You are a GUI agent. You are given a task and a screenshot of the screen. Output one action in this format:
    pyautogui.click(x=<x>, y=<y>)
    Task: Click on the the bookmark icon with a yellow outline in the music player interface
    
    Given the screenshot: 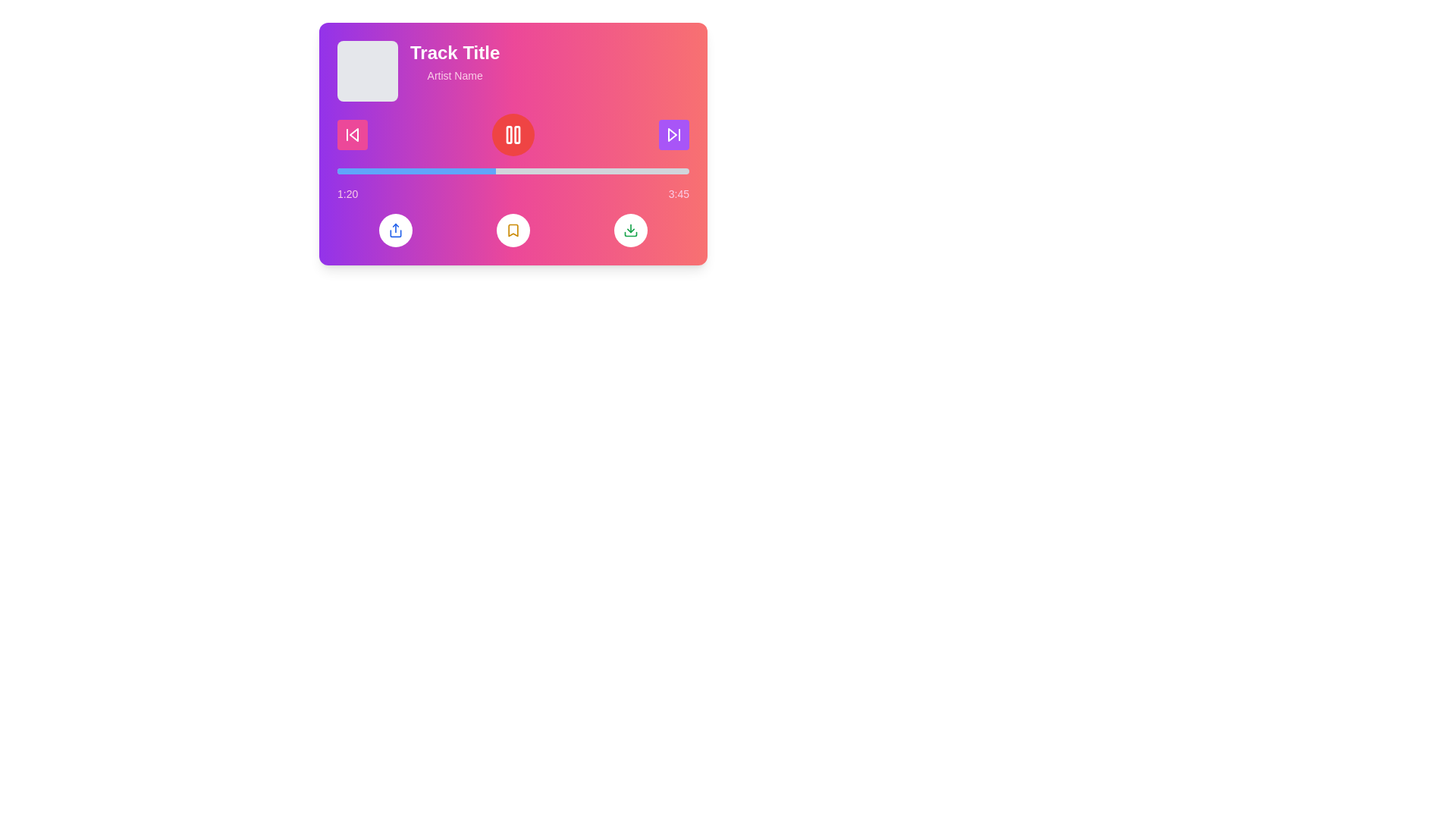 What is the action you would take?
    pyautogui.click(x=513, y=231)
    